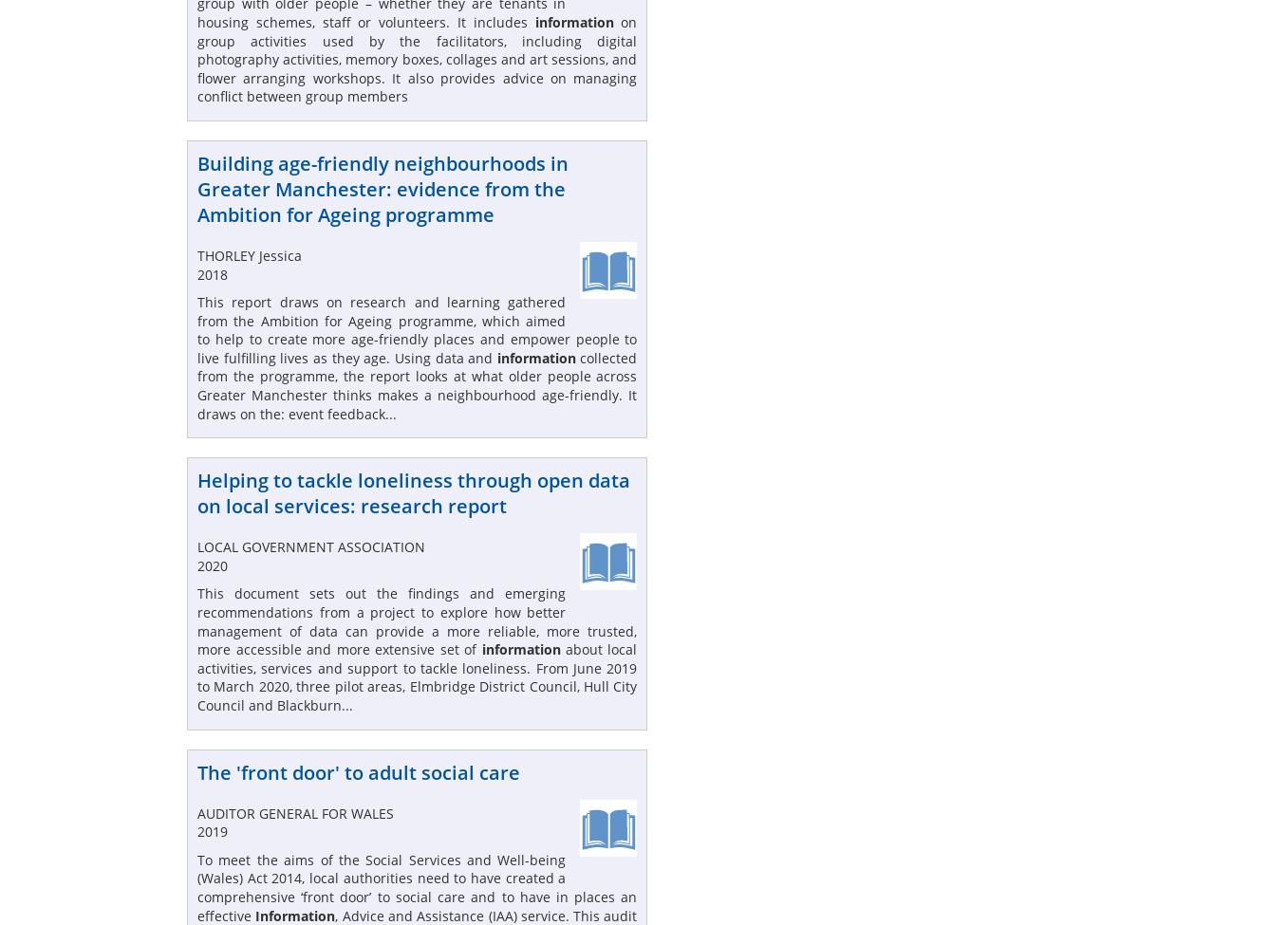 The height and width of the screenshot is (925, 1288). I want to click on 'THORLEY Jessica', so click(197, 254).